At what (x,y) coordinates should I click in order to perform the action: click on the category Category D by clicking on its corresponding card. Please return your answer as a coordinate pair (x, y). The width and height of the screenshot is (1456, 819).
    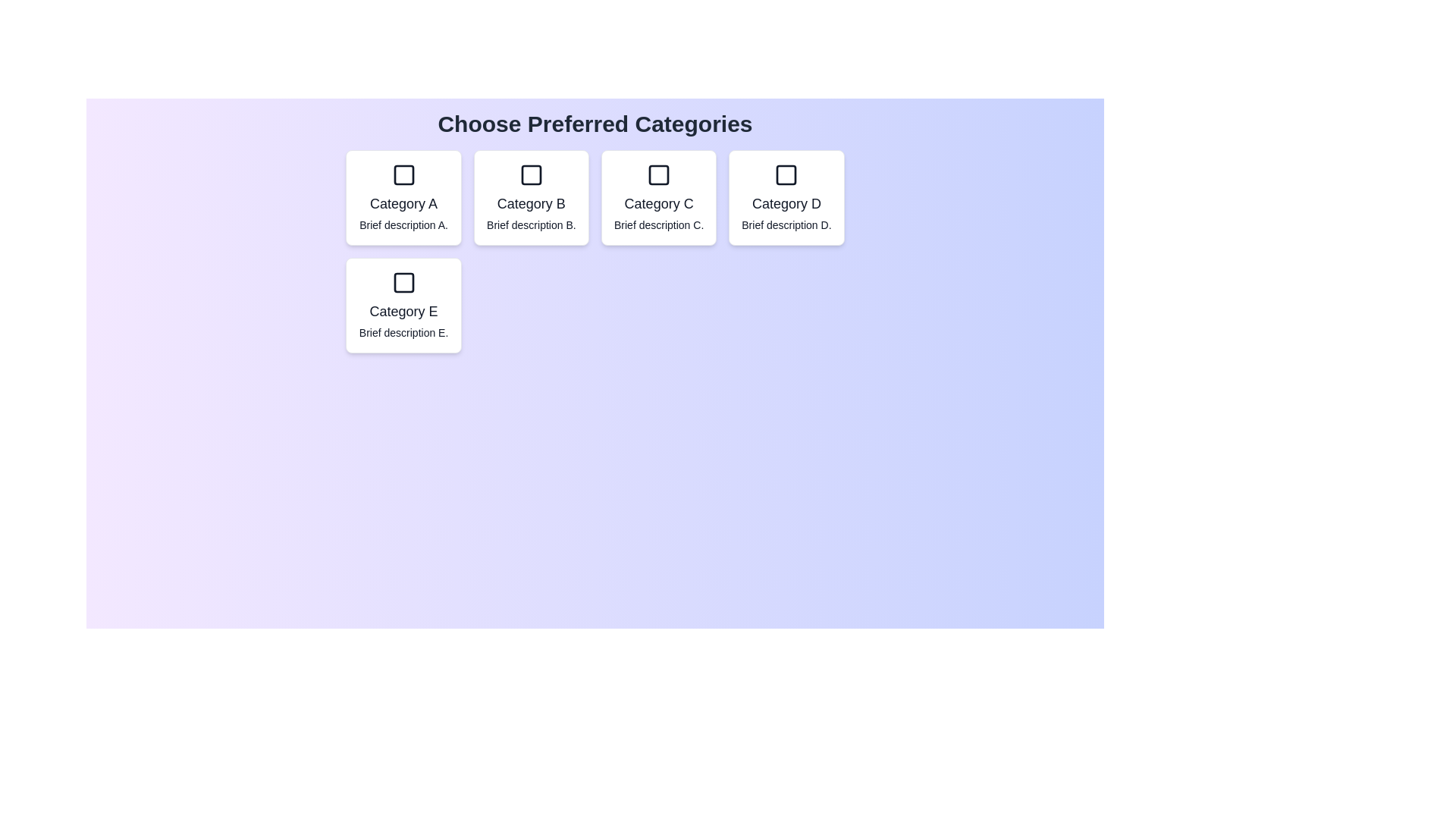
    Looking at the image, I should click on (786, 197).